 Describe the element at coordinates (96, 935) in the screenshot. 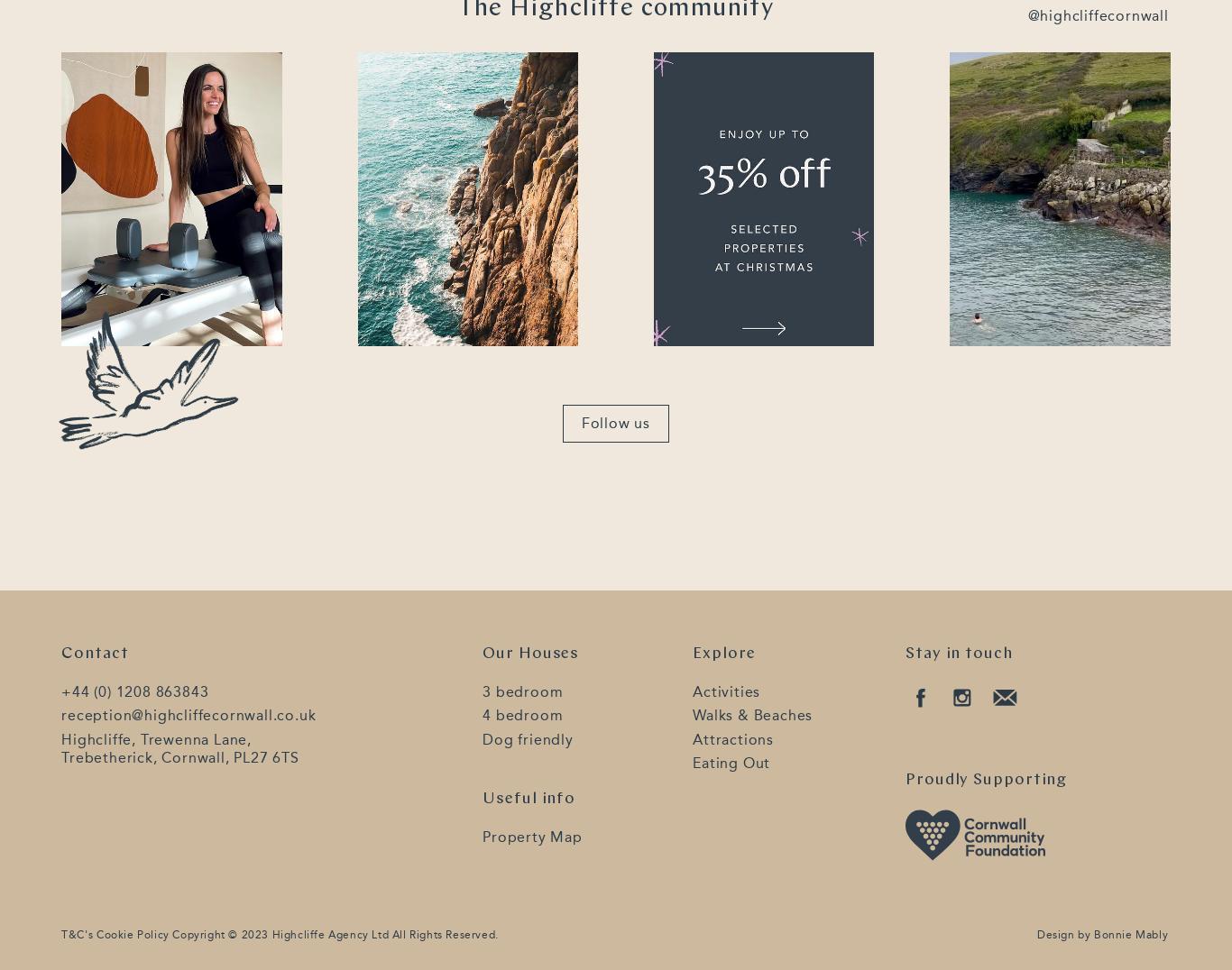

I see `'Cookie Policy'` at that location.